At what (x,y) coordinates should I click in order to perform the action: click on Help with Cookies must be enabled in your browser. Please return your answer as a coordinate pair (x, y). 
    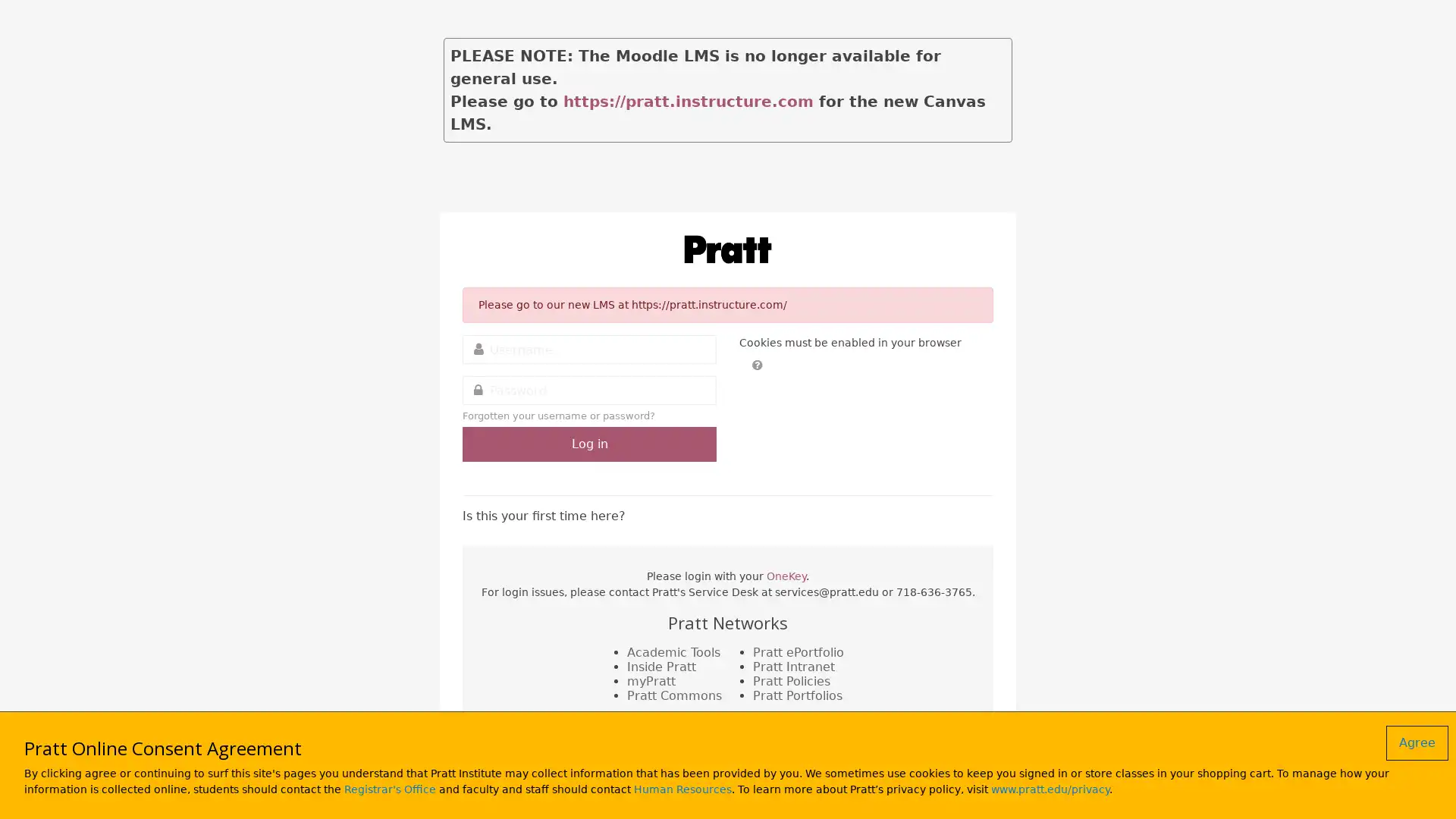
    Looking at the image, I should click on (759, 365).